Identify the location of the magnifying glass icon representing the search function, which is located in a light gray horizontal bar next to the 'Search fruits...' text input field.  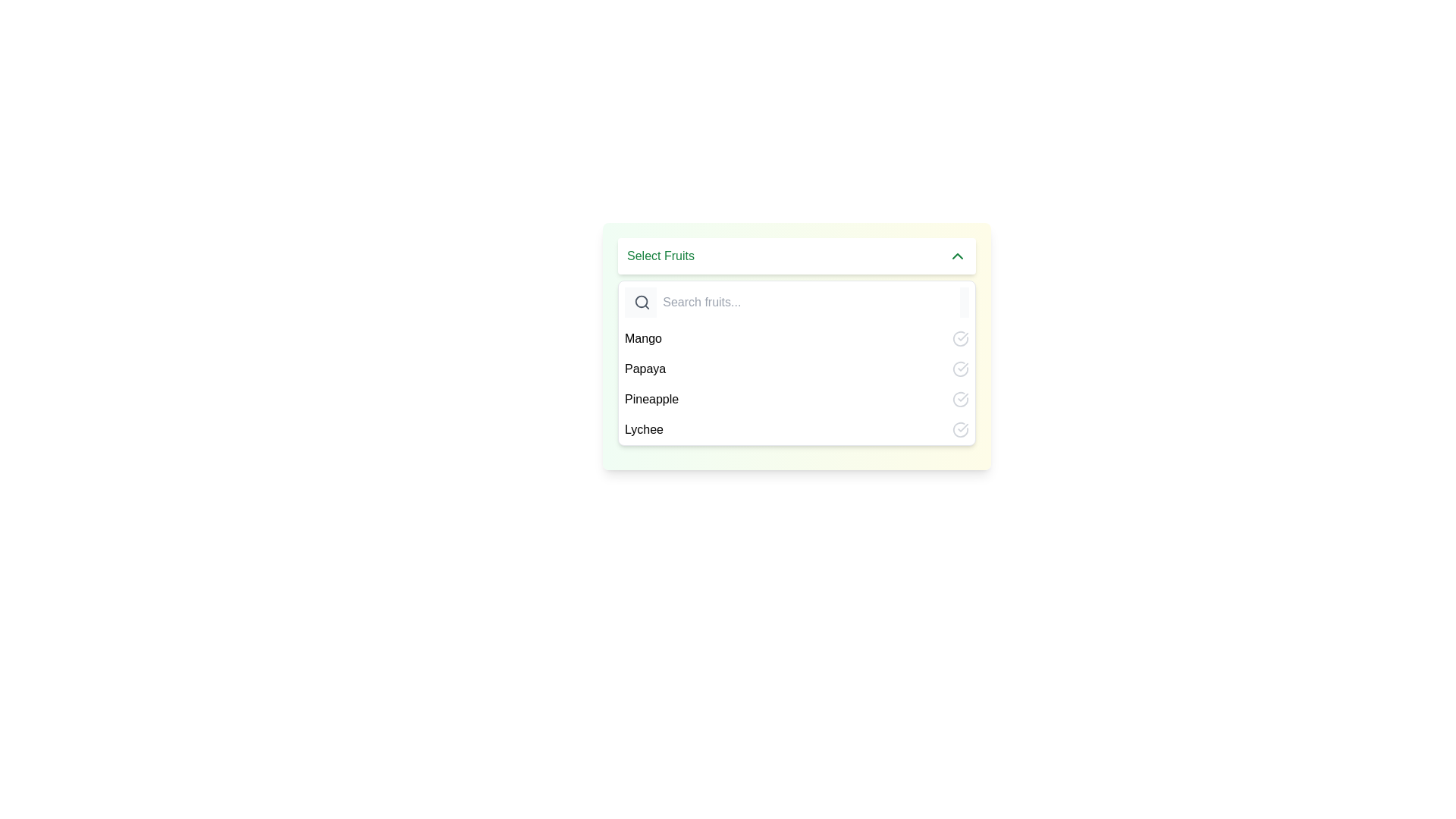
(642, 302).